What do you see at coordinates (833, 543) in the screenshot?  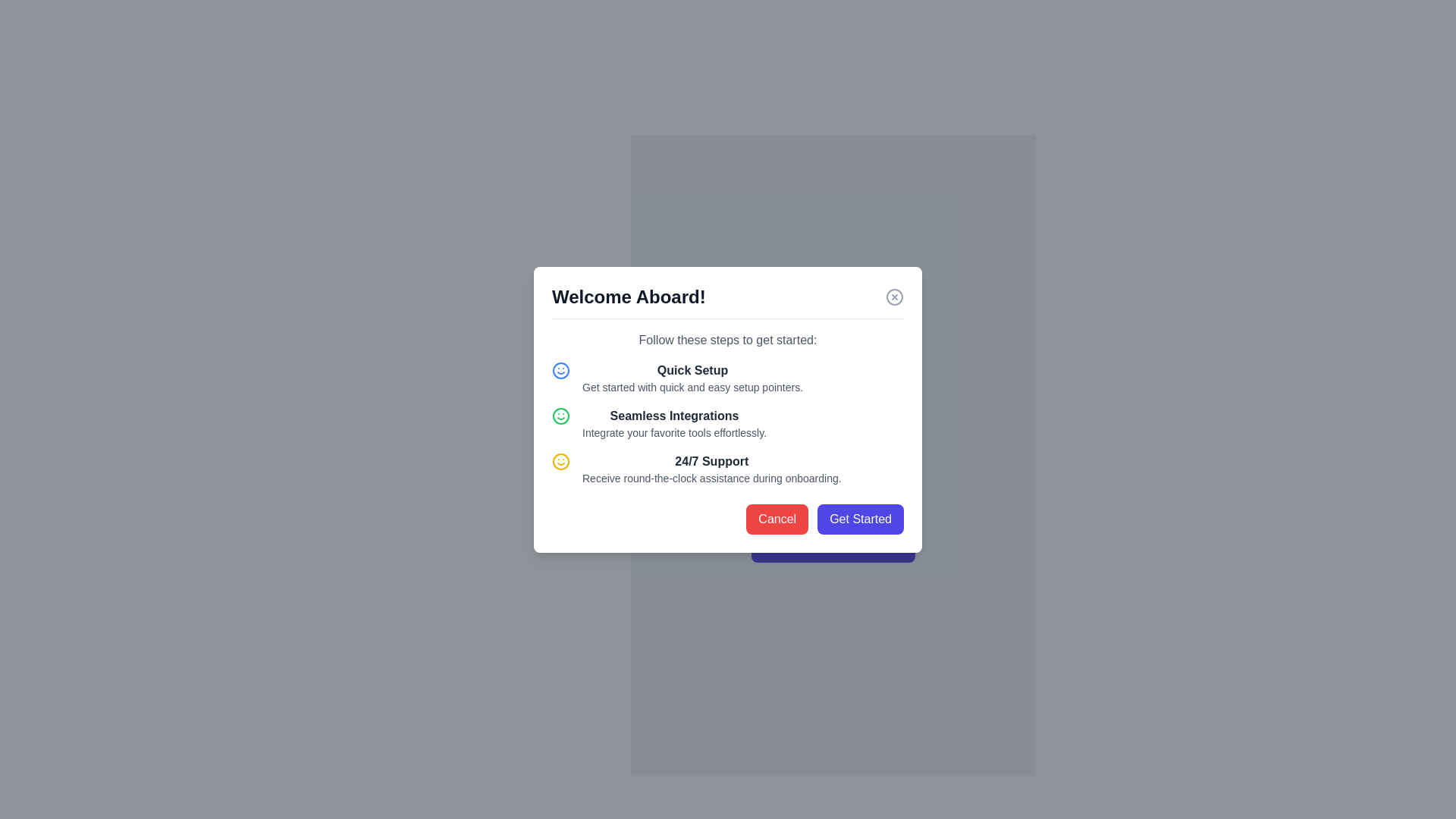 I see `the onboarding button located at the bottom of the modal` at bounding box center [833, 543].